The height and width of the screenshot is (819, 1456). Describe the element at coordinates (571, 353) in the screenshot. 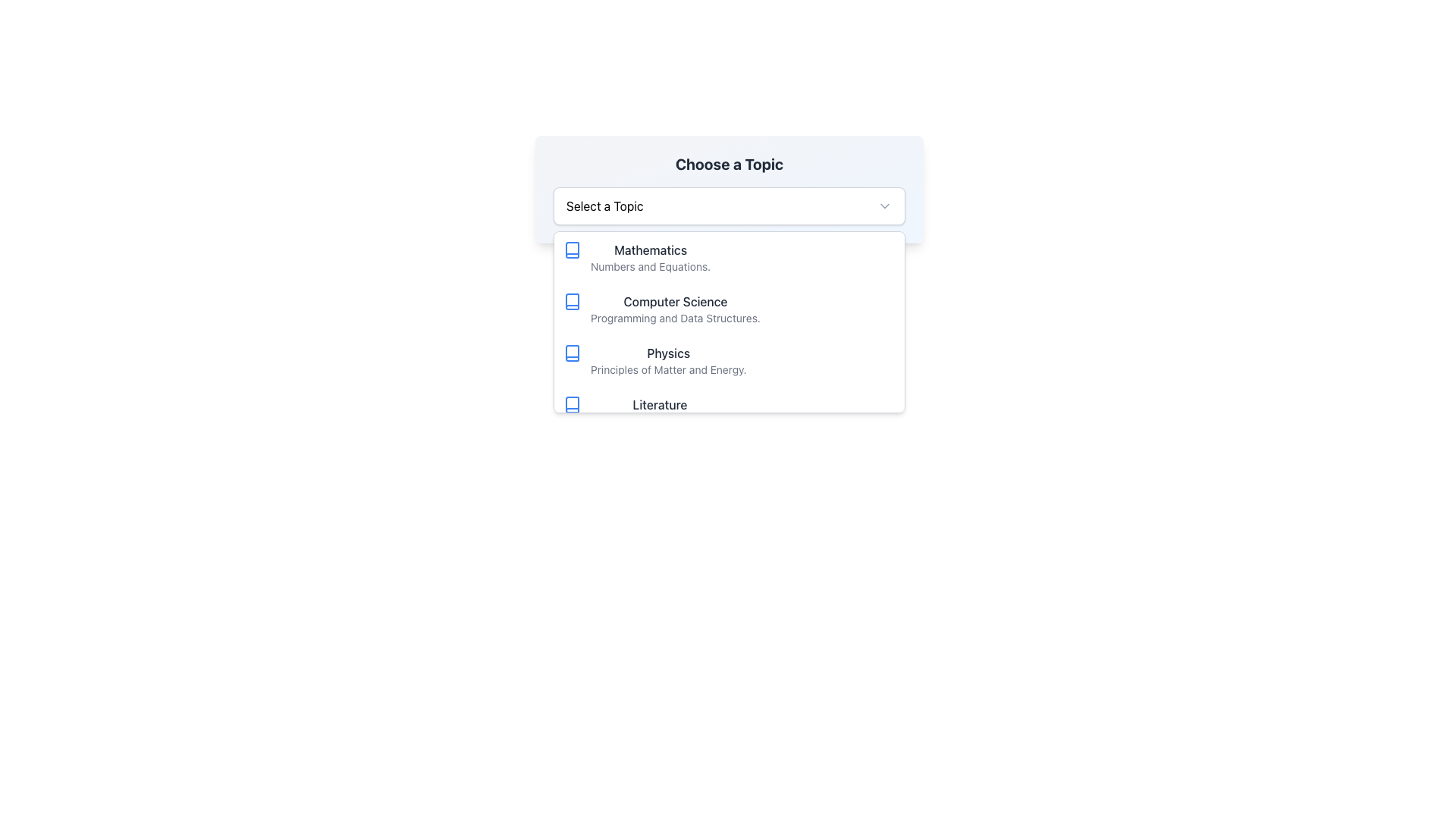

I see `the list item containing the 'Physics' vector book icon by navigating through the dropdown list` at that location.